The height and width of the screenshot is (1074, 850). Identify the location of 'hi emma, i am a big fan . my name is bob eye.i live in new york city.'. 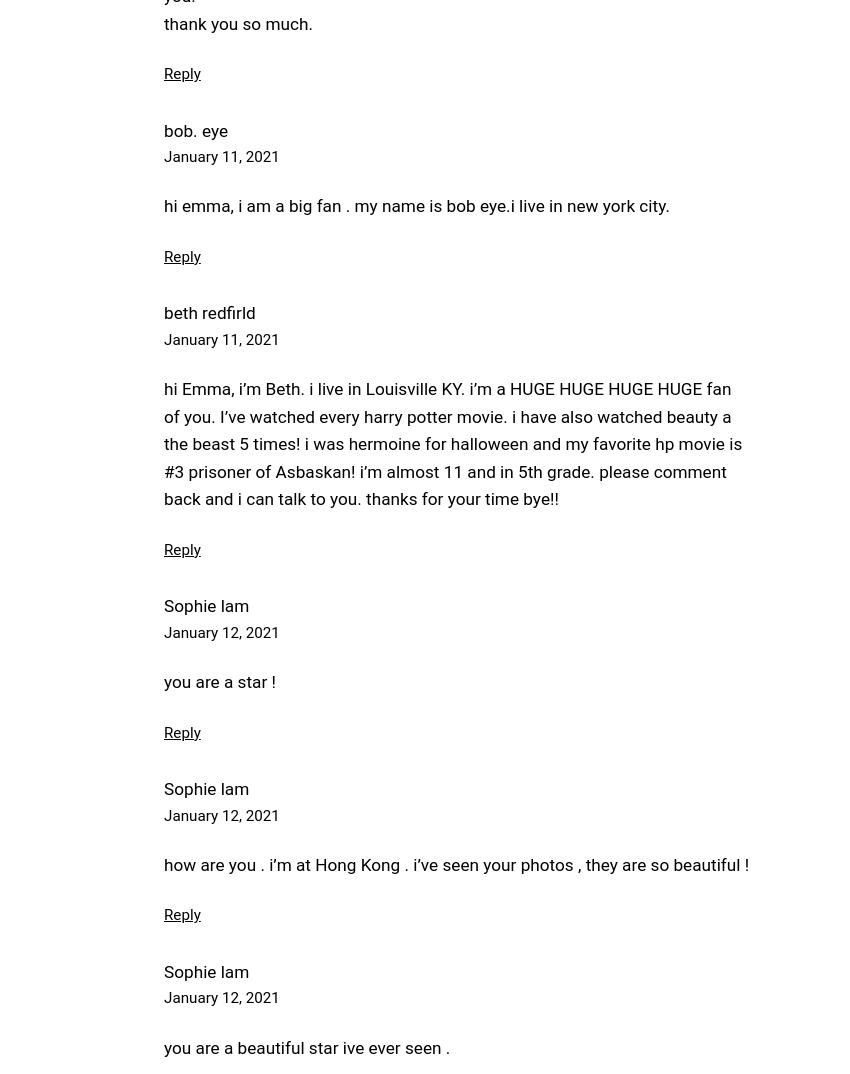
(416, 205).